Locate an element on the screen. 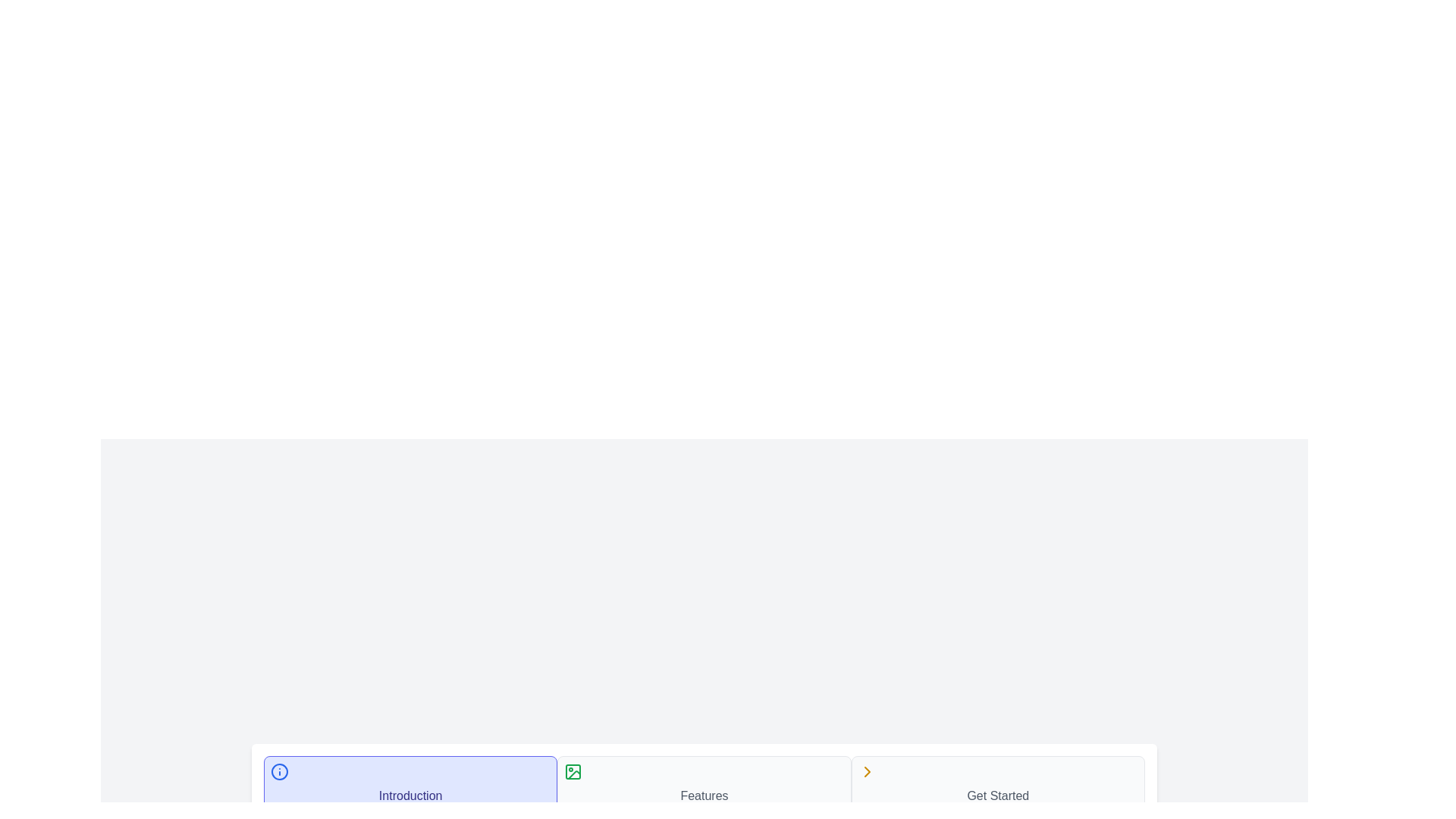  the icon of step 3 is located at coordinates (866, 772).